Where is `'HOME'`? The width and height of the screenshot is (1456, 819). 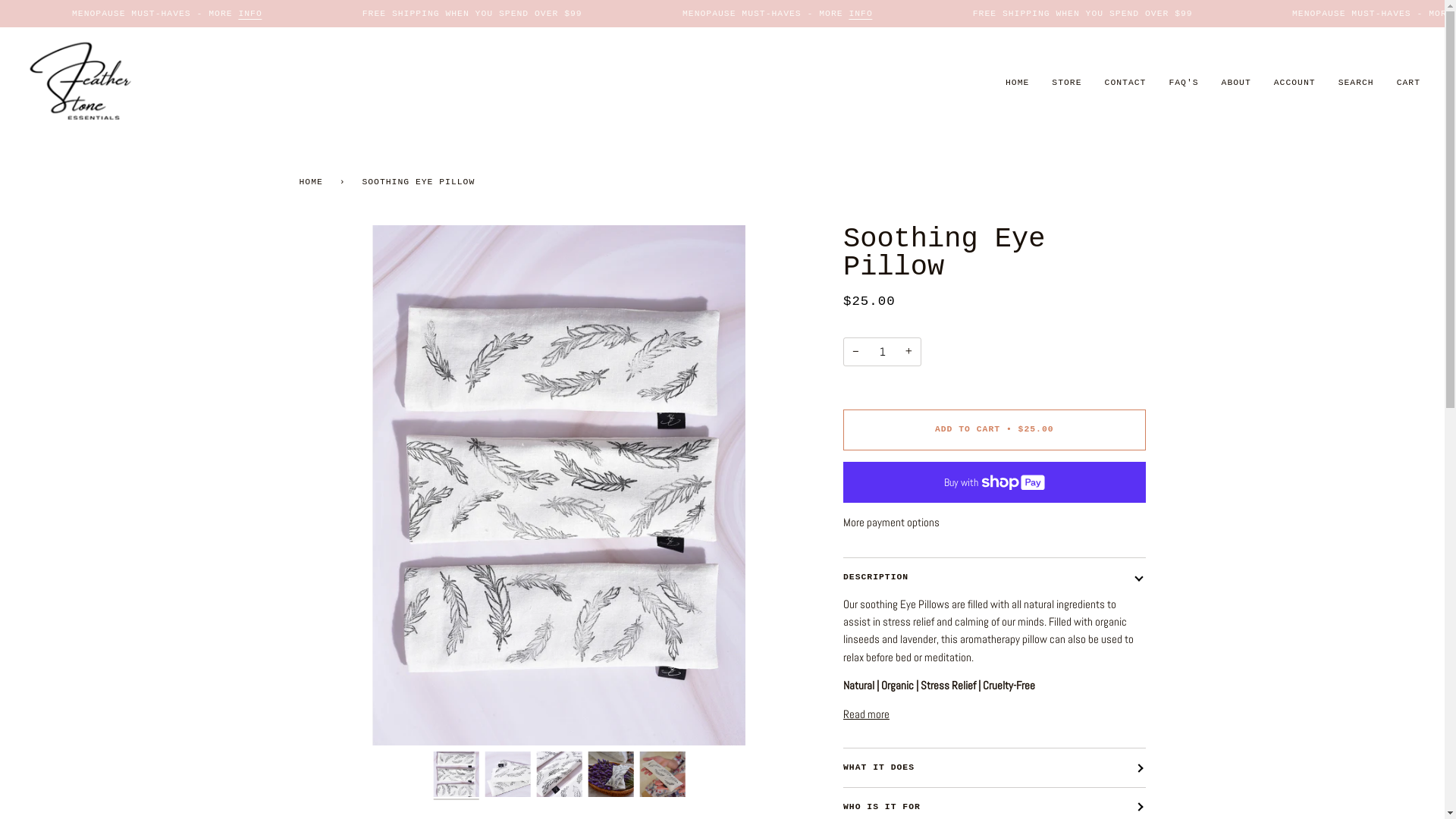
'HOME' is located at coordinates (312, 180).